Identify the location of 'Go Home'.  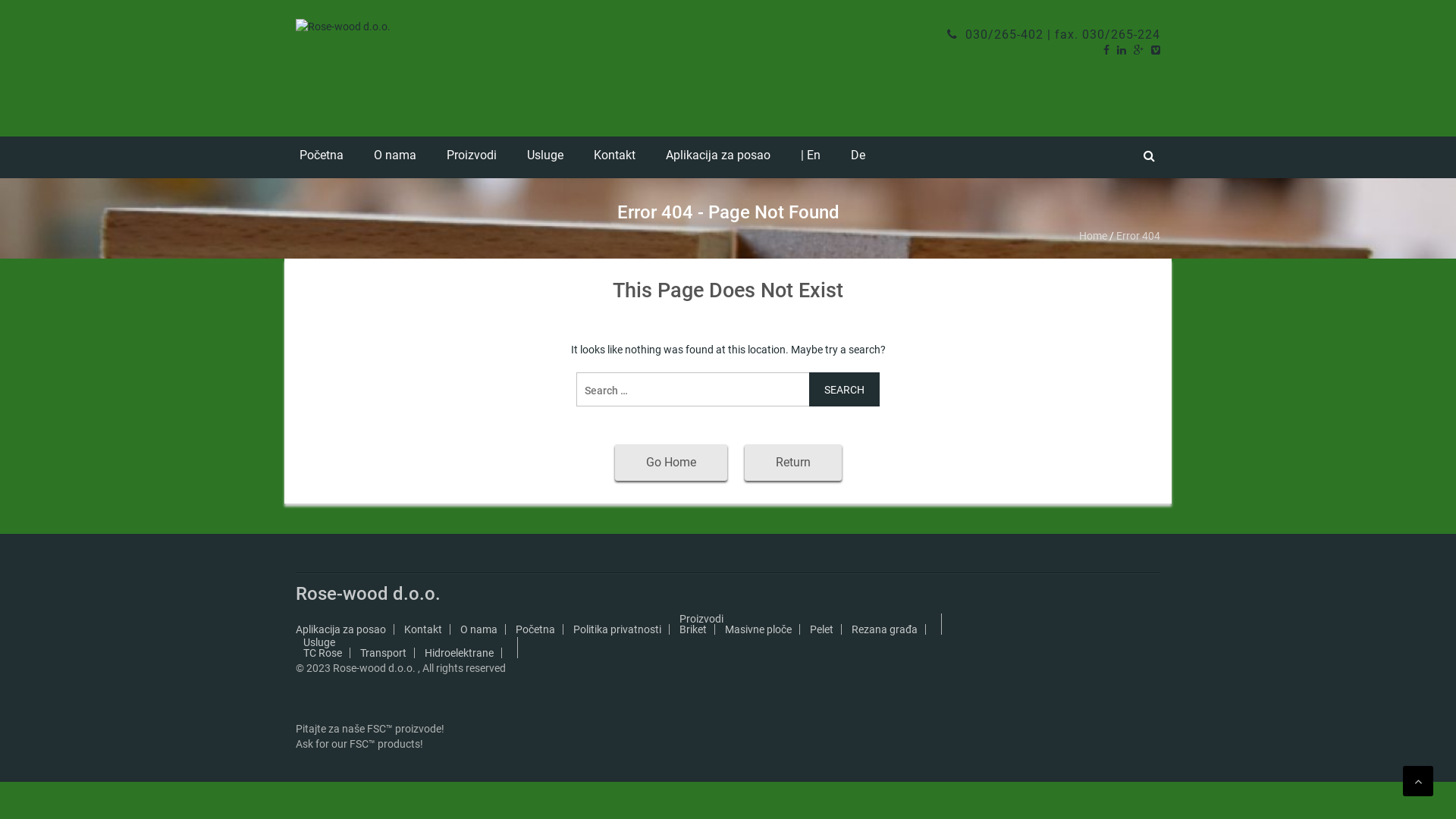
(669, 461).